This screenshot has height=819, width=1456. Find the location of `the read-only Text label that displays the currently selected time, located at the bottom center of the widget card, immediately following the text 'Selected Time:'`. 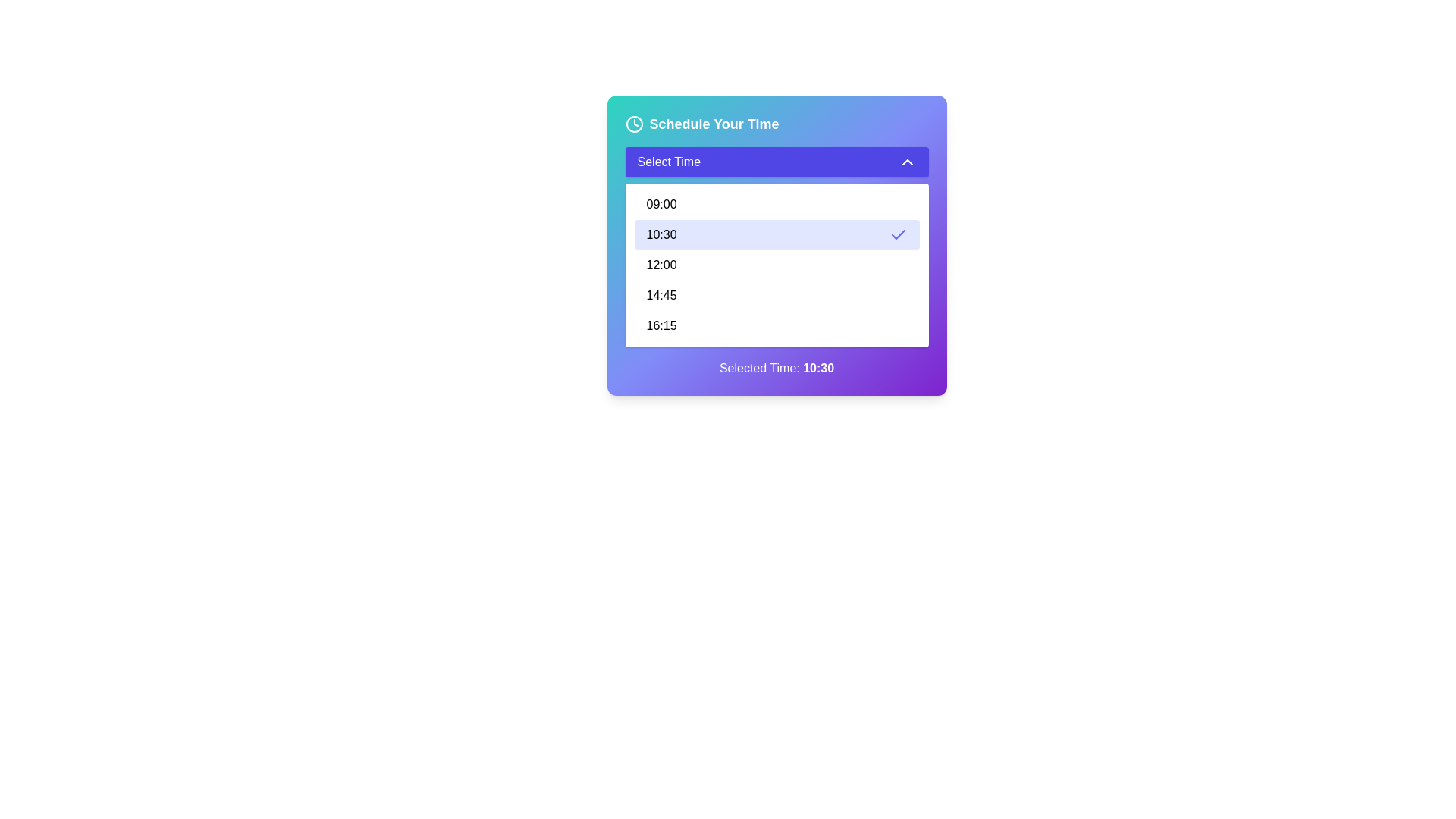

the read-only Text label that displays the currently selected time, located at the bottom center of the widget card, immediately following the text 'Selected Time:' is located at coordinates (817, 368).